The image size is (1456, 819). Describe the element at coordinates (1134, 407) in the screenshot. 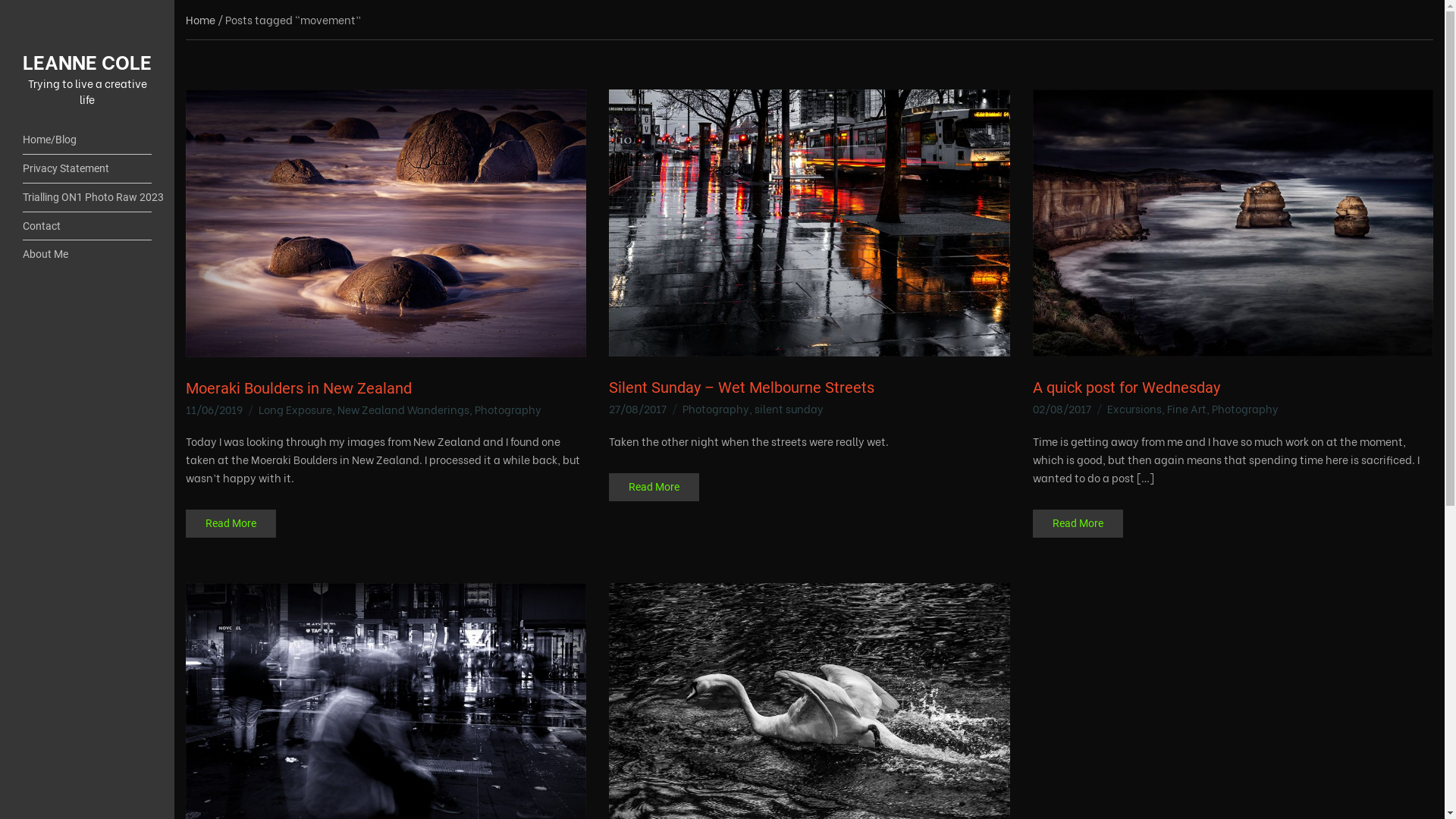

I see `'Excursions'` at that location.